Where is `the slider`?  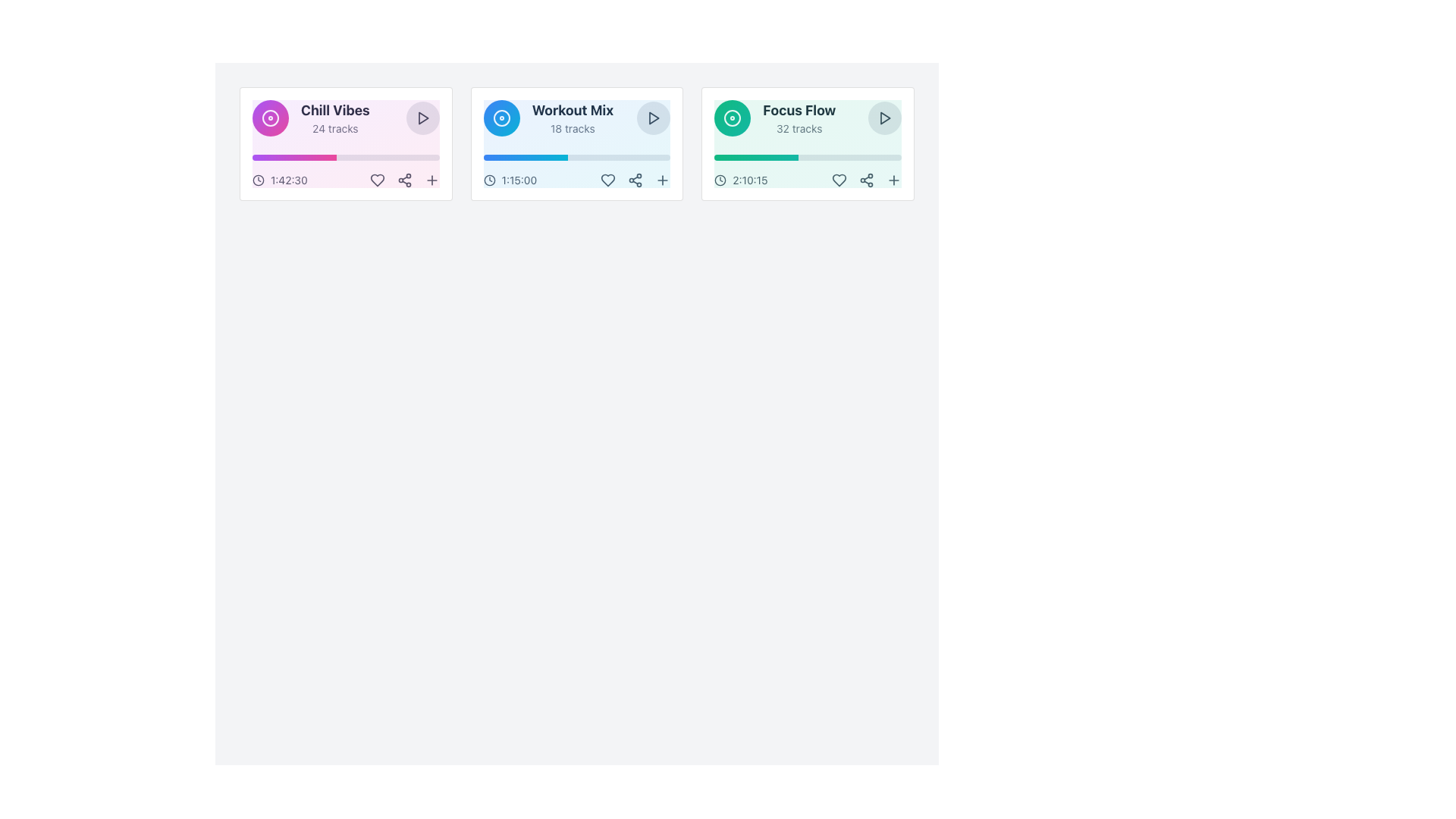
the slider is located at coordinates (501, 158).